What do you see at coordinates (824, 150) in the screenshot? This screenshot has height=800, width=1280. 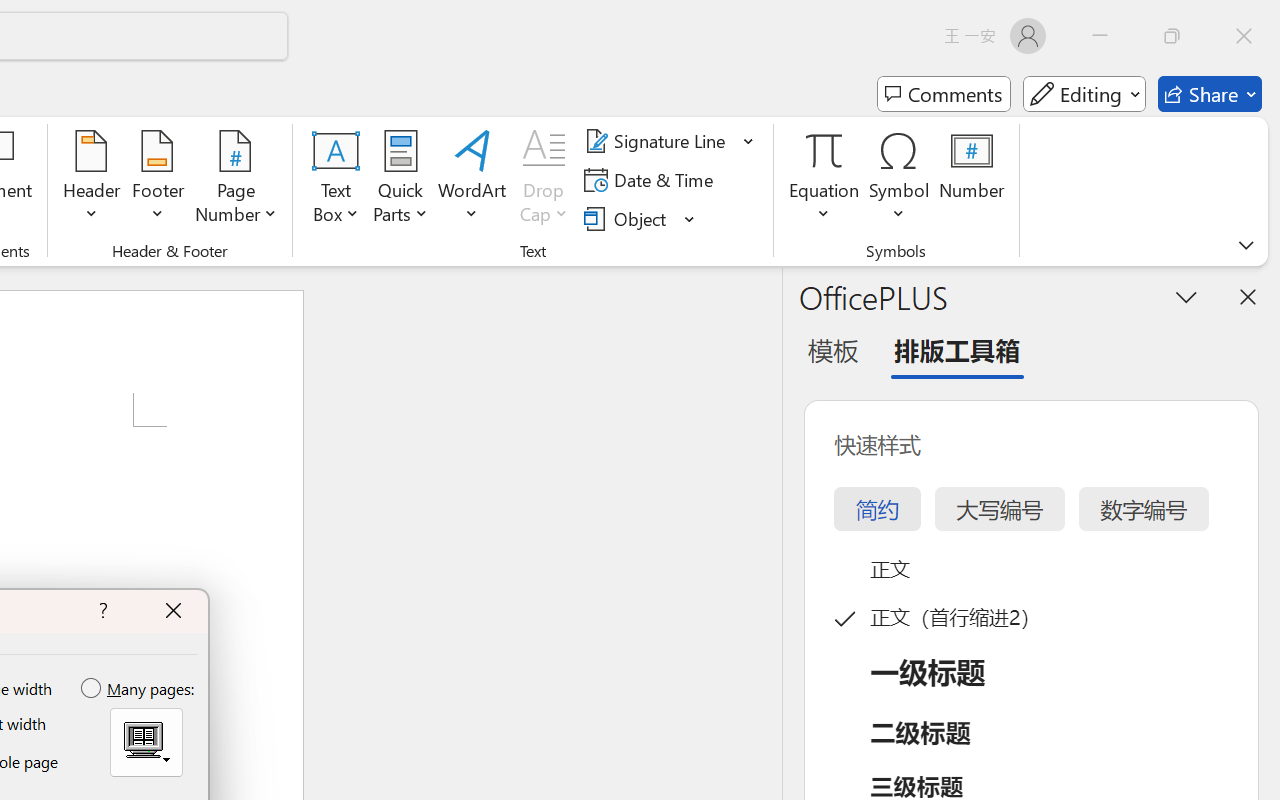 I see `'Equation'` at bounding box center [824, 150].